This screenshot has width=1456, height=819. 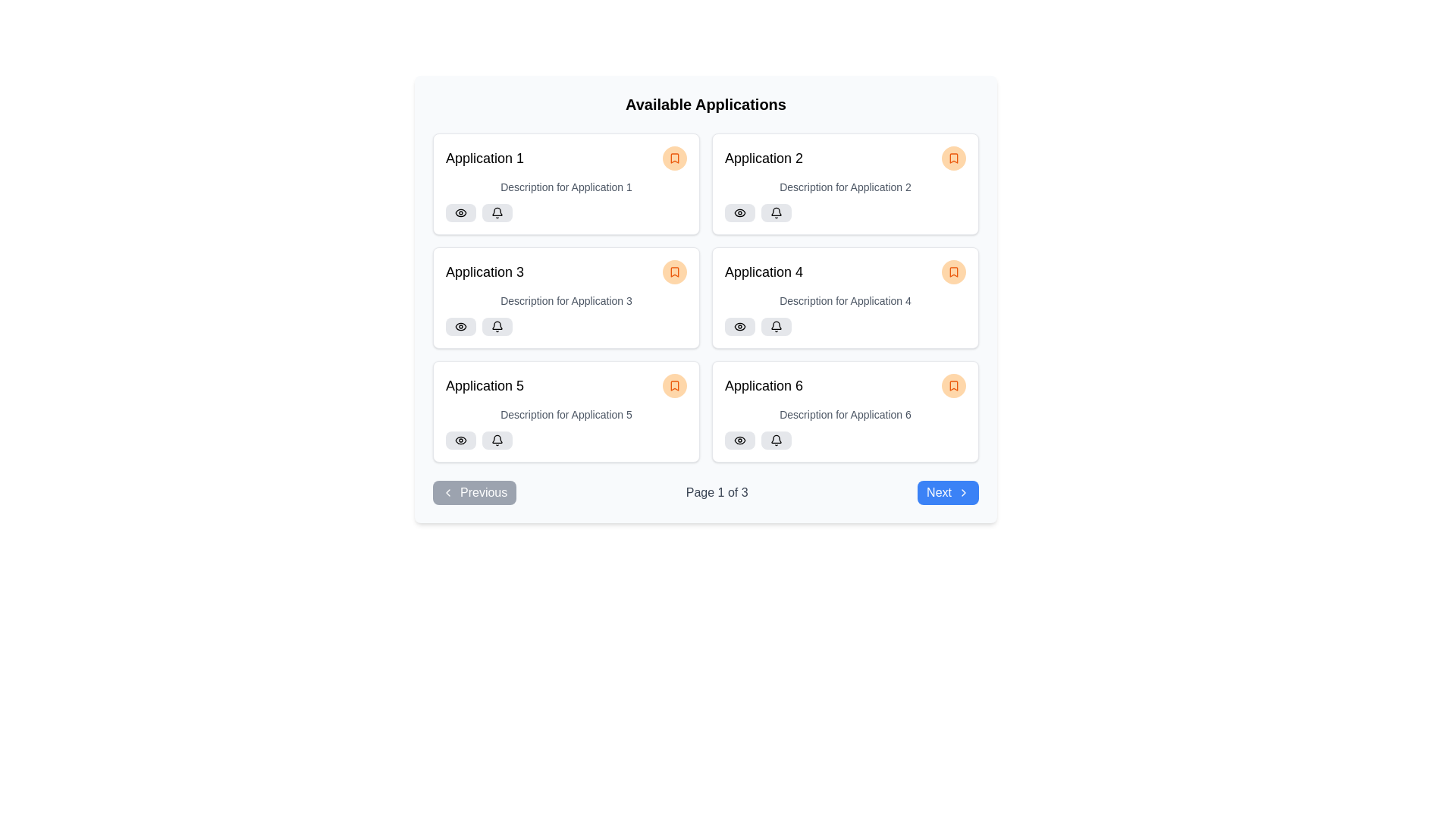 I want to click on the eye-shaped icon button located in the action section of the sixth application card, positioned to the left of the bell icon in the bottom-right corner action bar, so click(x=739, y=441).